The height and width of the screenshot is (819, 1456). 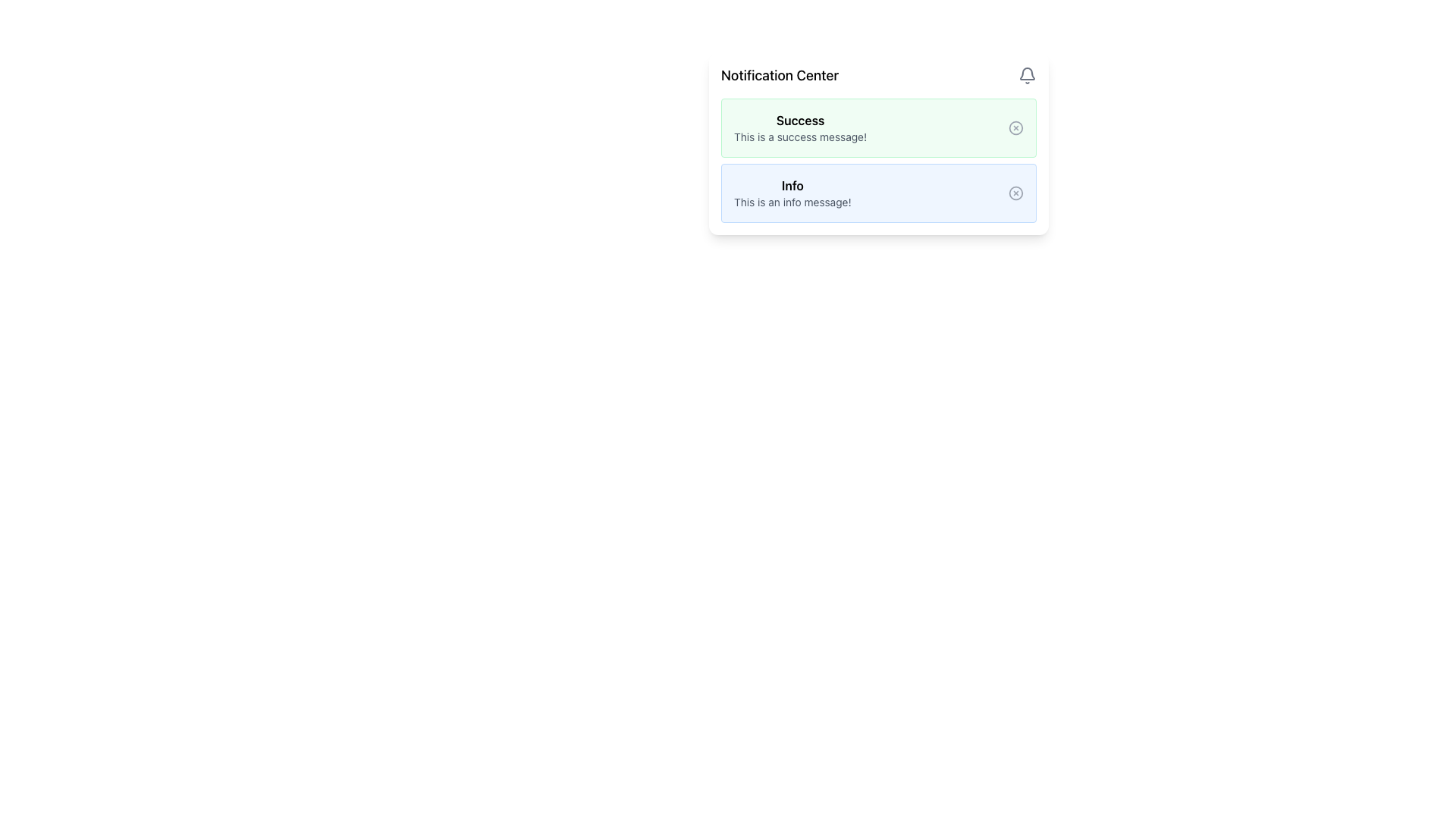 I want to click on the circular dismiss button with an 'X' shape in the center, located at the upper right corner of the green notification box labeled 'Success', so click(x=1015, y=127).